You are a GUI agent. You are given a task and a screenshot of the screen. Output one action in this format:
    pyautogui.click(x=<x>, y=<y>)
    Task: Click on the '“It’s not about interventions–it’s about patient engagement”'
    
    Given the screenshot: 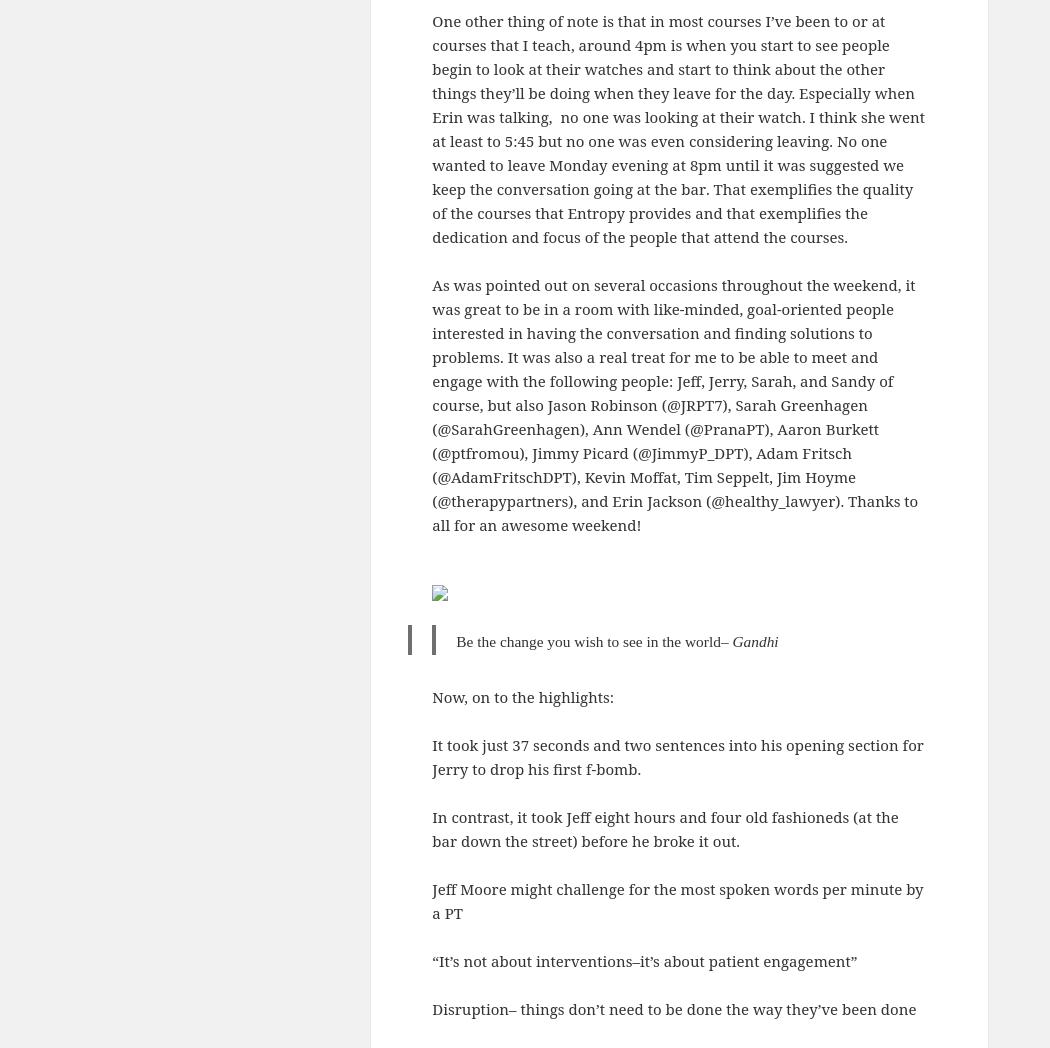 What is the action you would take?
    pyautogui.click(x=643, y=959)
    